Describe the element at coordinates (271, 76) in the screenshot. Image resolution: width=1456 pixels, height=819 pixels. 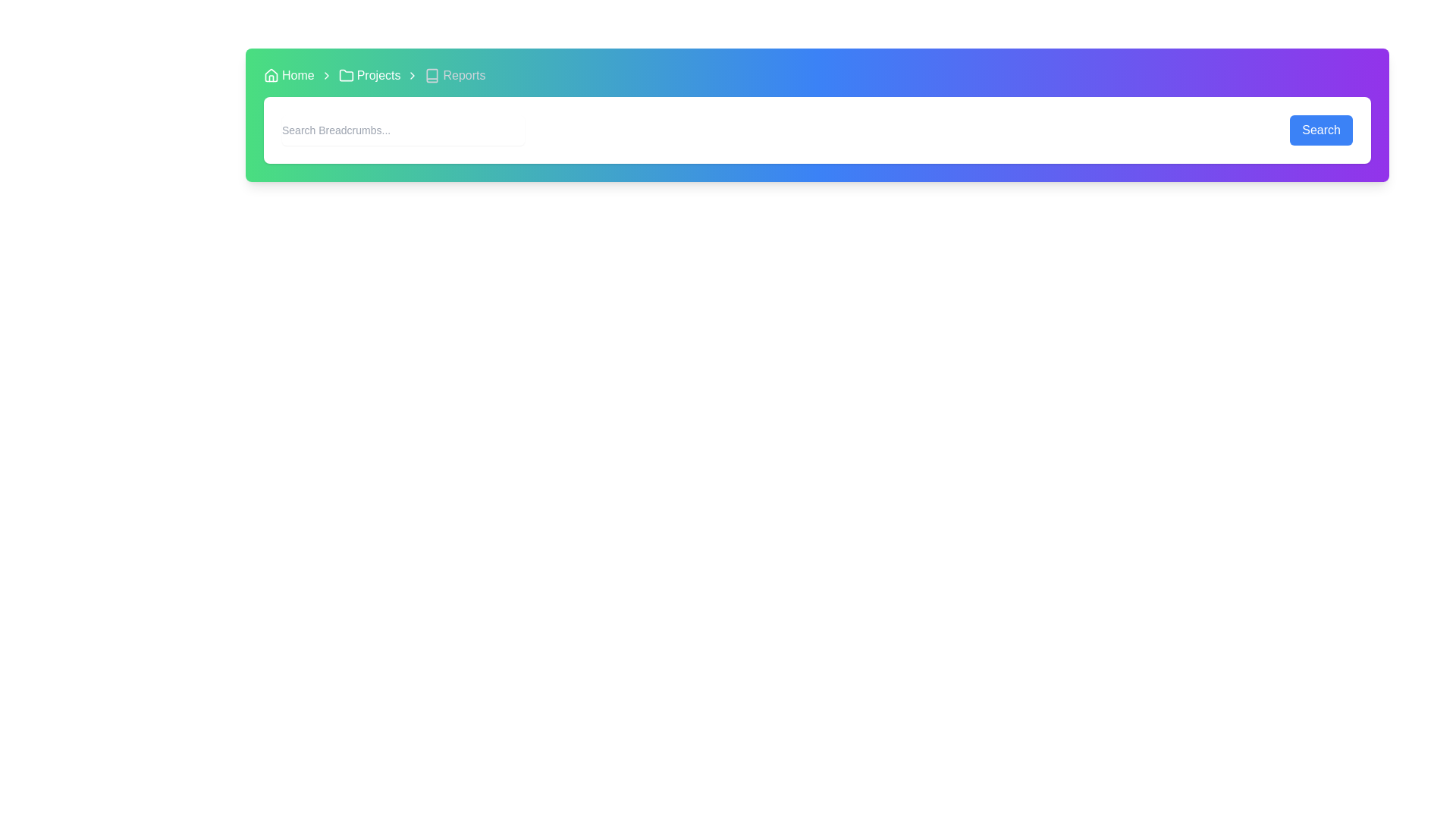
I see `the 'Home' icon located at the top-left of the navigation bar` at that location.